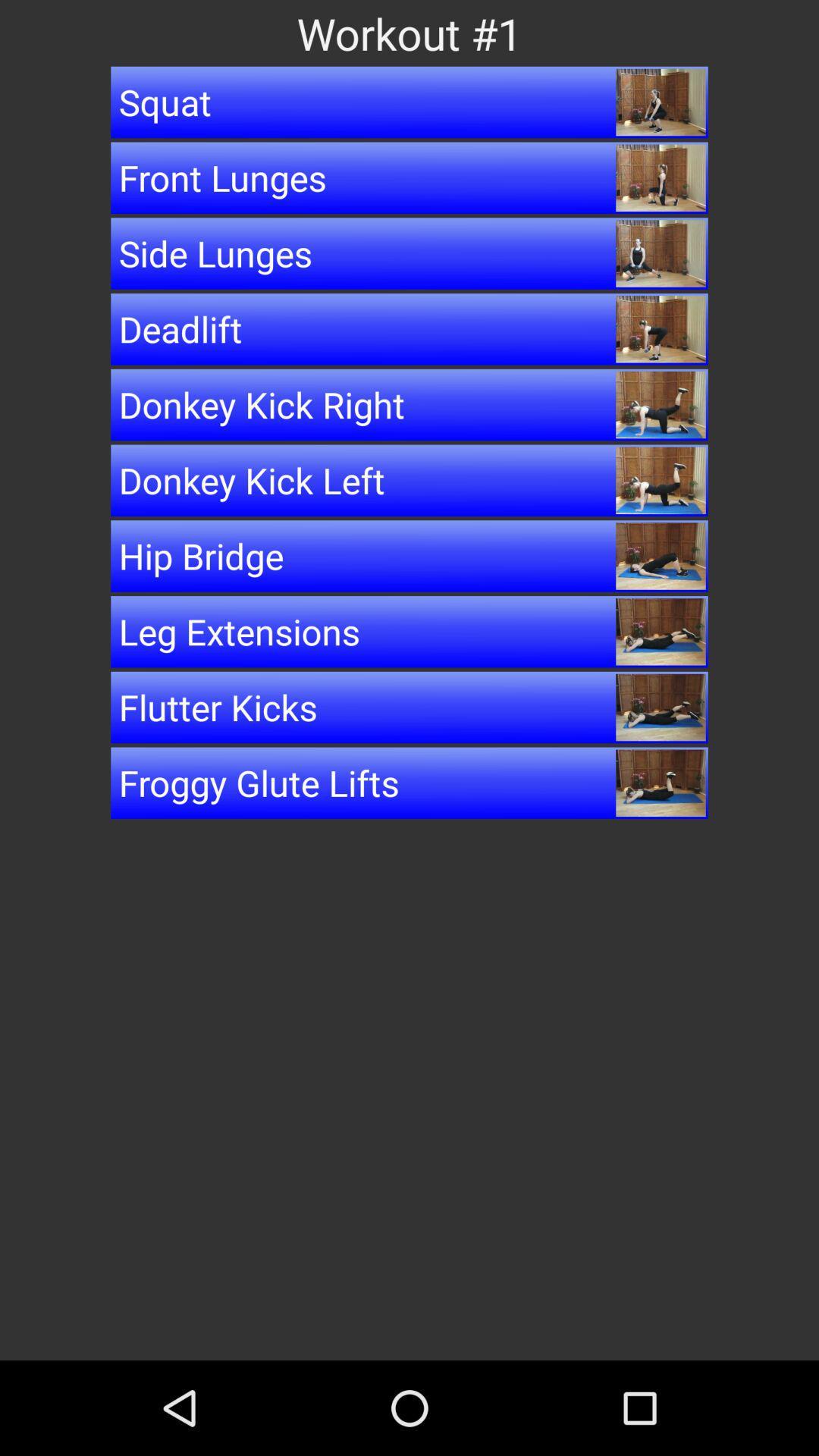 This screenshot has height=1456, width=819. I want to click on item below the hip bridge item, so click(409, 632).